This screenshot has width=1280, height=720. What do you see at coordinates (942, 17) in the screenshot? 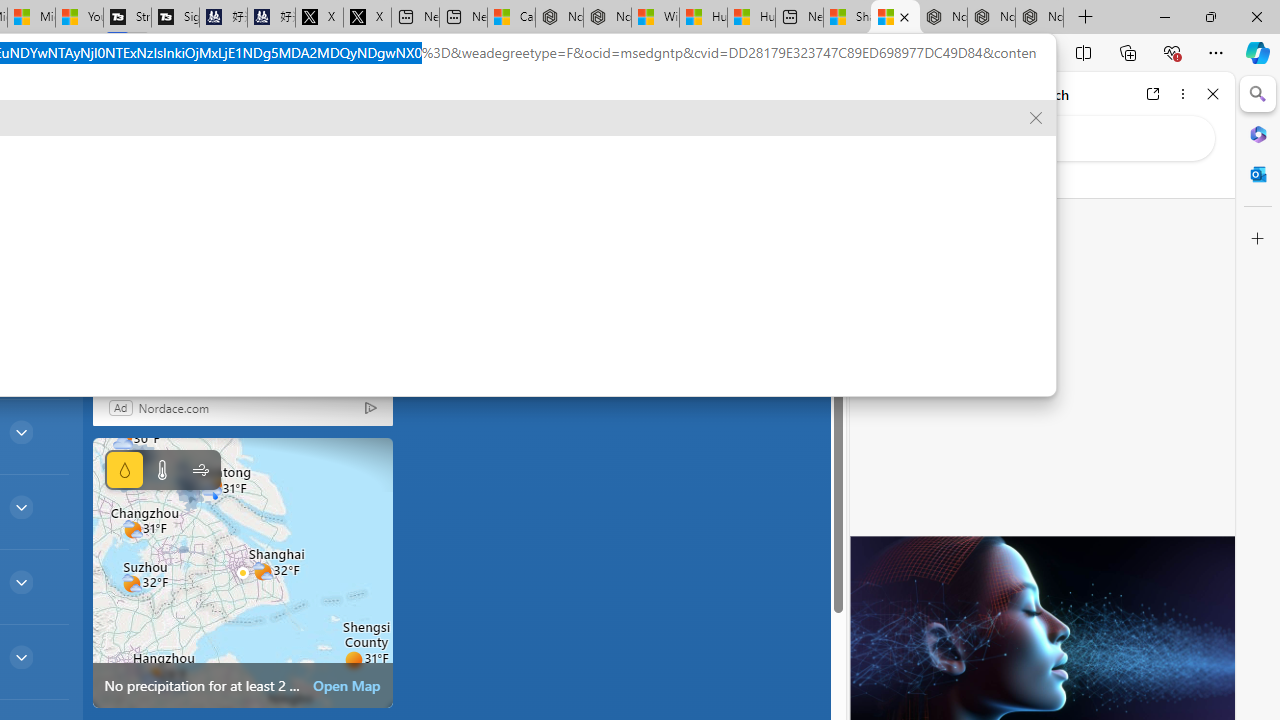
I see `'Nordace - Best Sellers'` at bounding box center [942, 17].